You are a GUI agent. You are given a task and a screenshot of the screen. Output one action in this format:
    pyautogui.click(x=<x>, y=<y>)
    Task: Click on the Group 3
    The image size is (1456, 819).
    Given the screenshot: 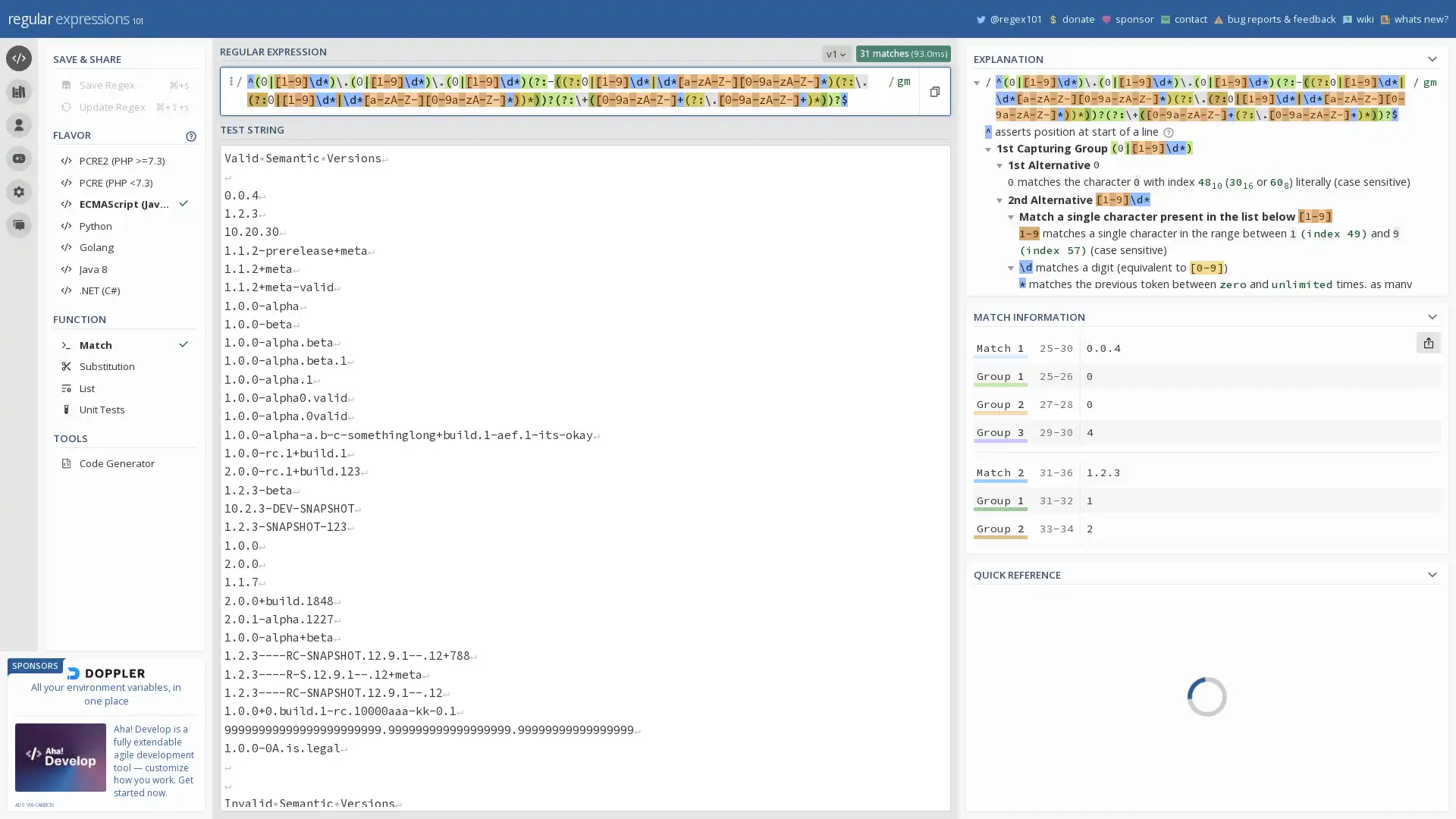 What is the action you would take?
    pyautogui.click(x=1000, y=556)
    